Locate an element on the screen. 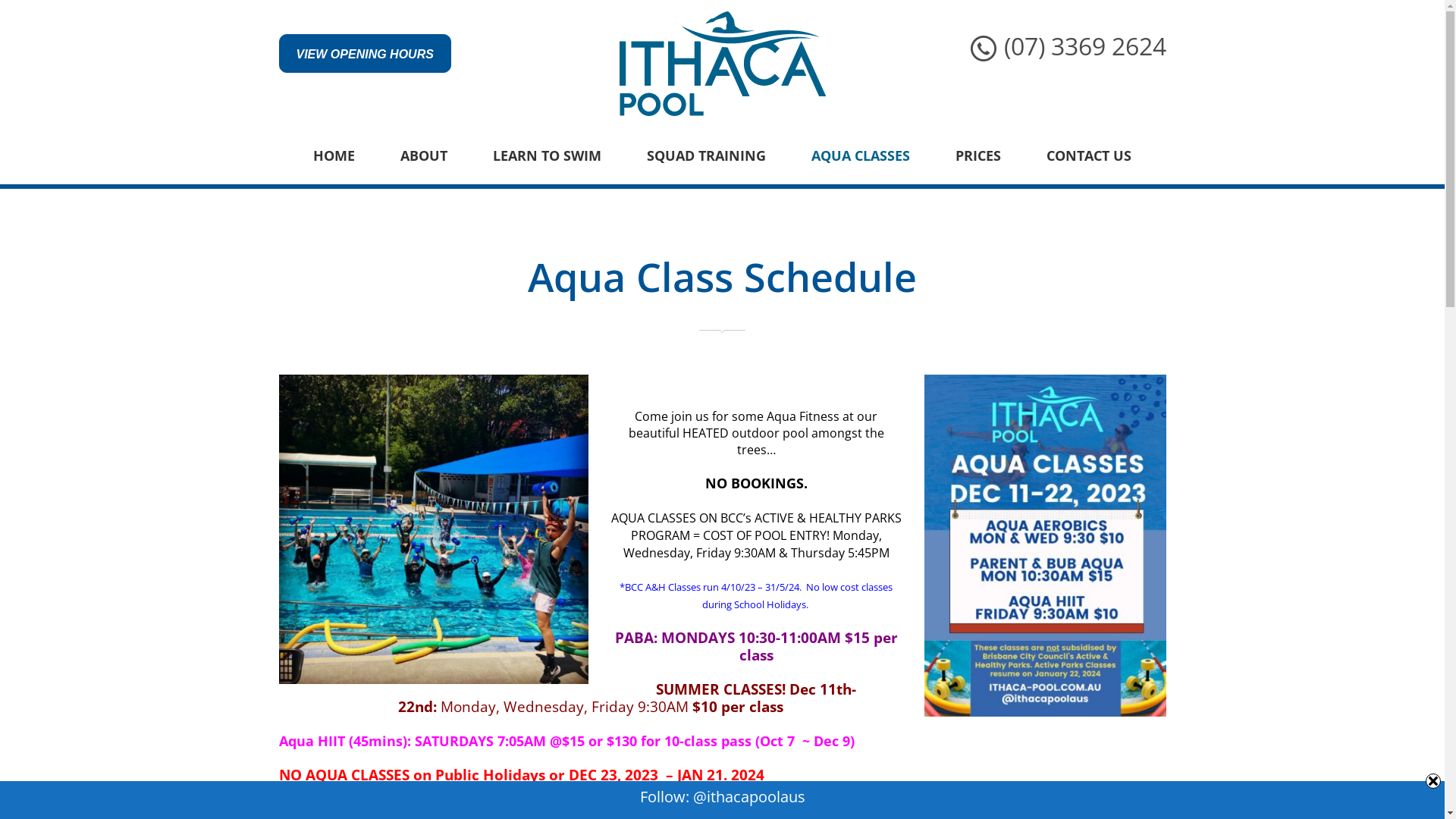 The width and height of the screenshot is (1456, 819). 'CONTACT US' is located at coordinates (1087, 155).